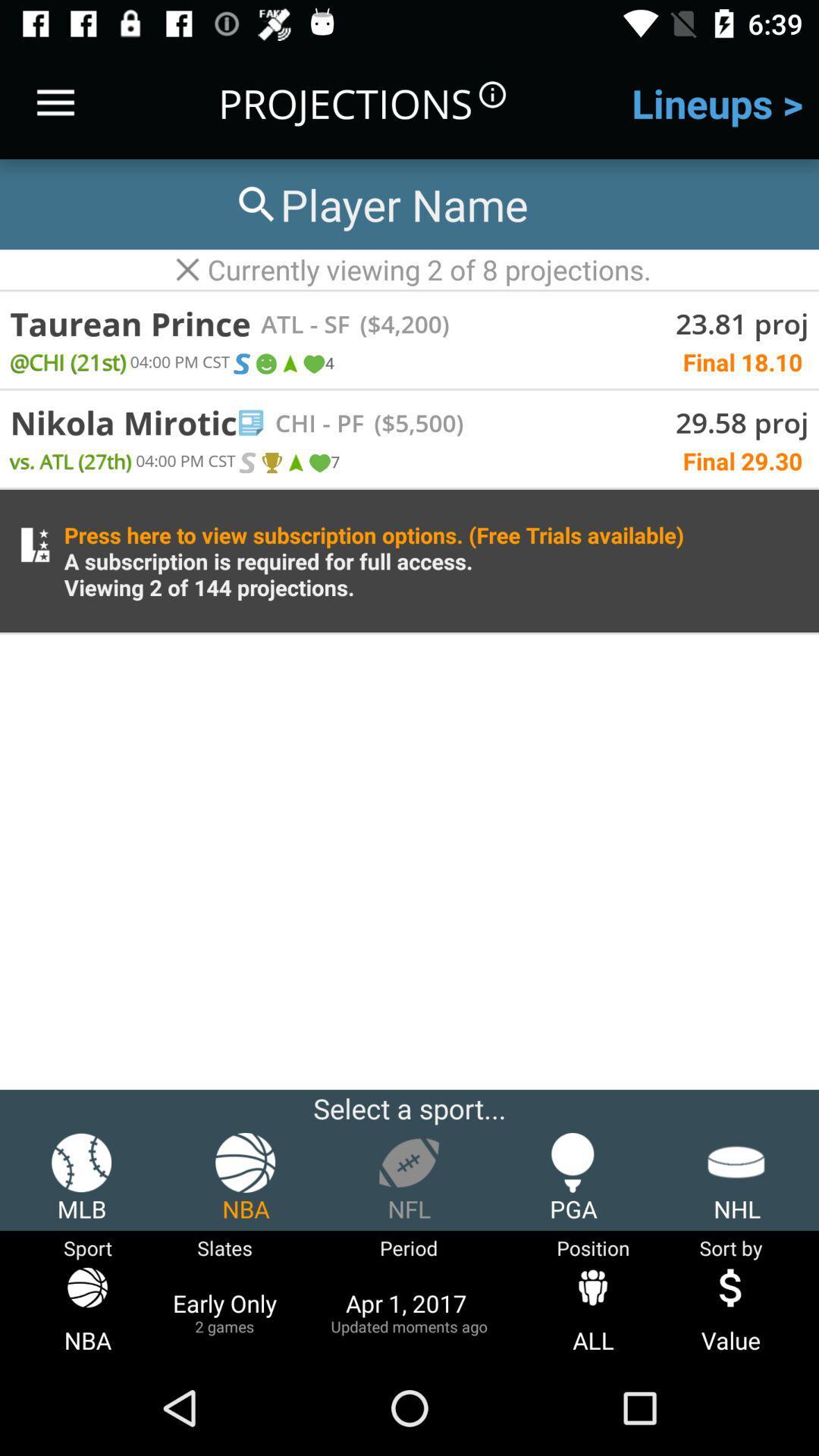 The width and height of the screenshot is (819, 1456). I want to click on item to the left of the projections item, so click(55, 102).